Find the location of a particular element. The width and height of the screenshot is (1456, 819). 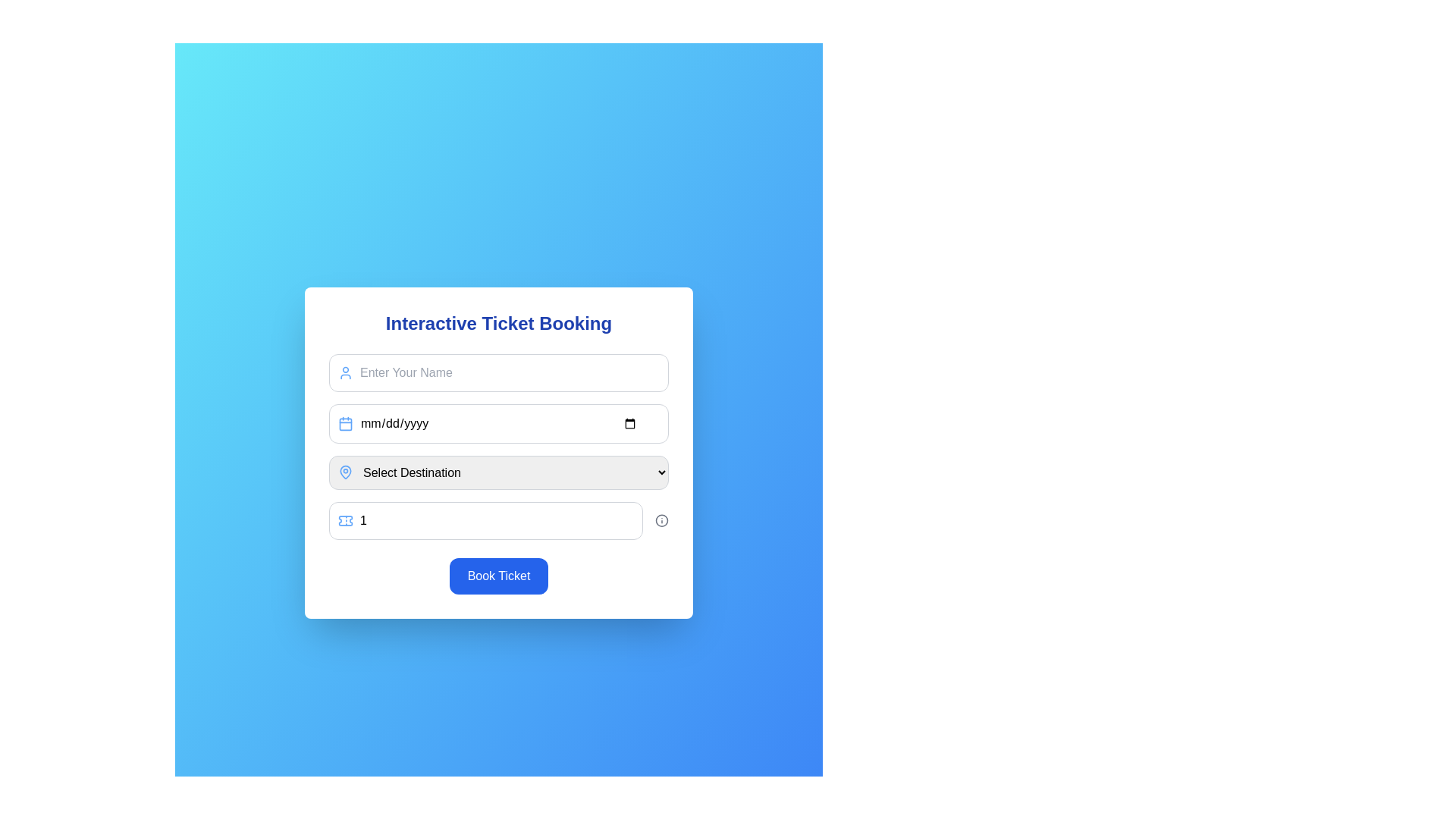

the small gray circular Info Icon located on the right side of the ticket selection row in the interactive ticket booking interface is located at coordinates (661, 519).